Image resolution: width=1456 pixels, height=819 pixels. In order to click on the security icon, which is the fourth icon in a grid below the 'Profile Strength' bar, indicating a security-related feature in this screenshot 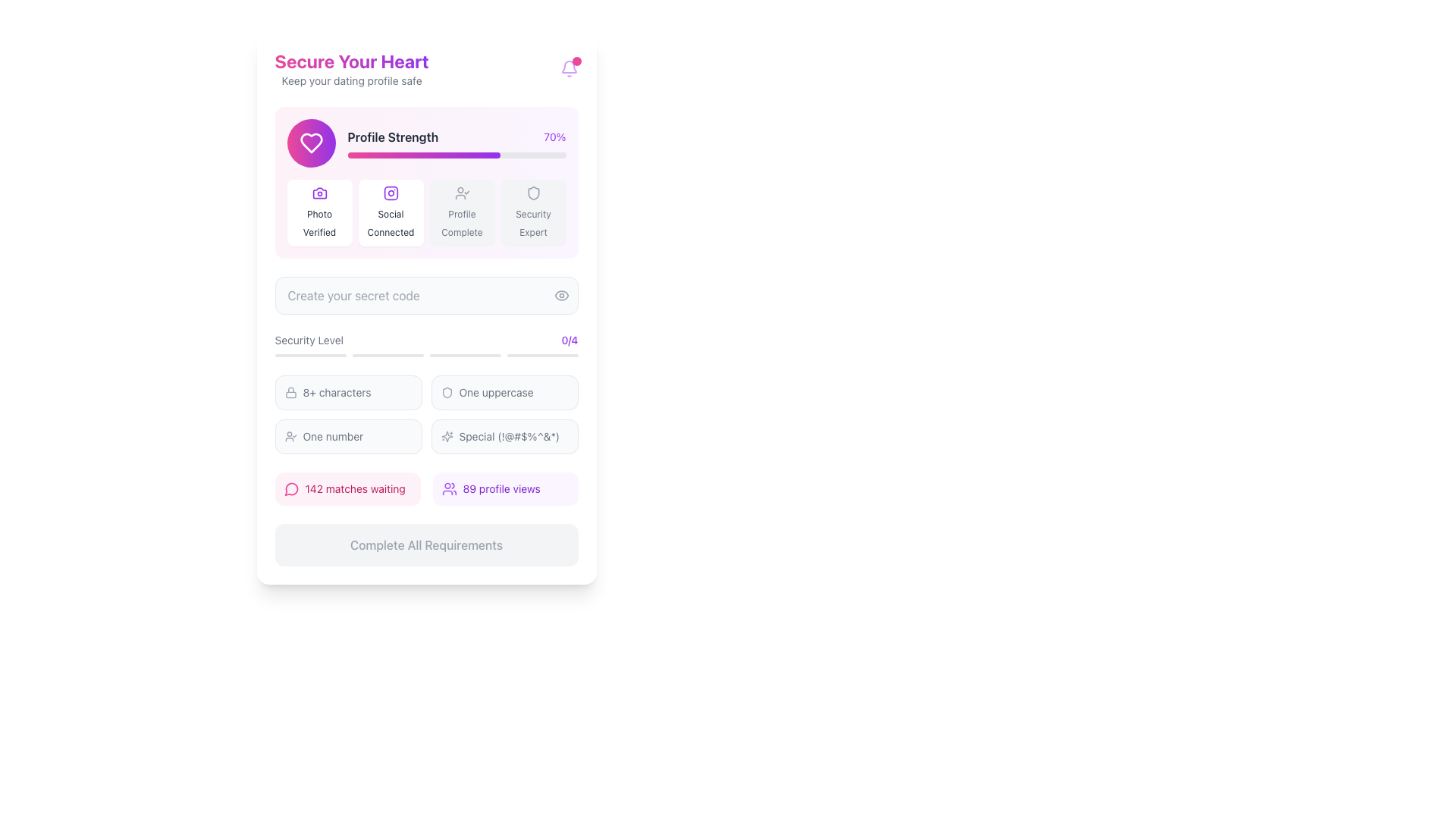, I will do `click(533, 192)`.